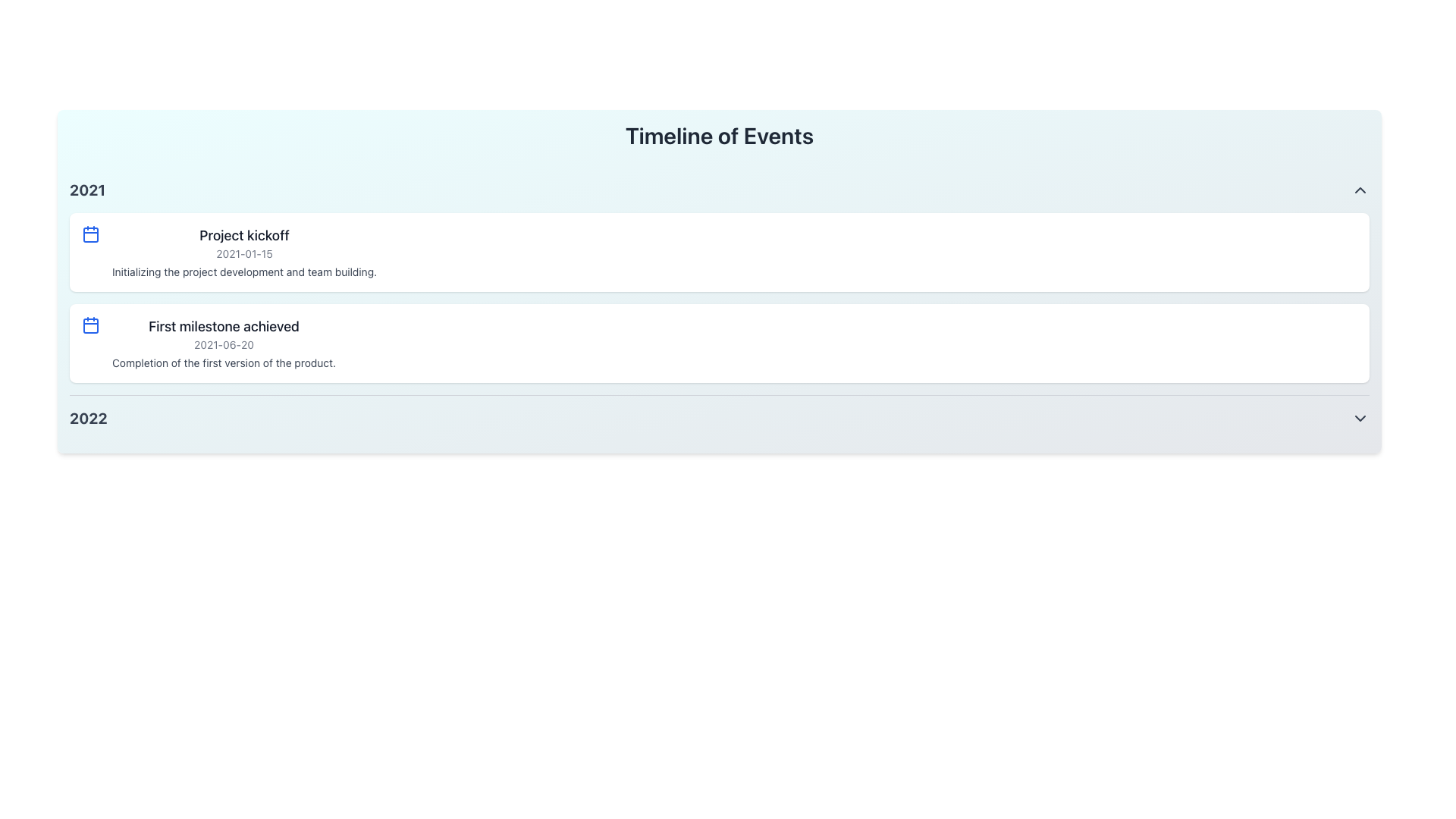 The width and height of the screenshot is (1456, 819). Describe the element at coordinates (223, 345) in the screenshot. I see `the date label indicating the milestone achieved in 2021, located between the title and descriptive text in the 'First milestone achieved' section` at that location.